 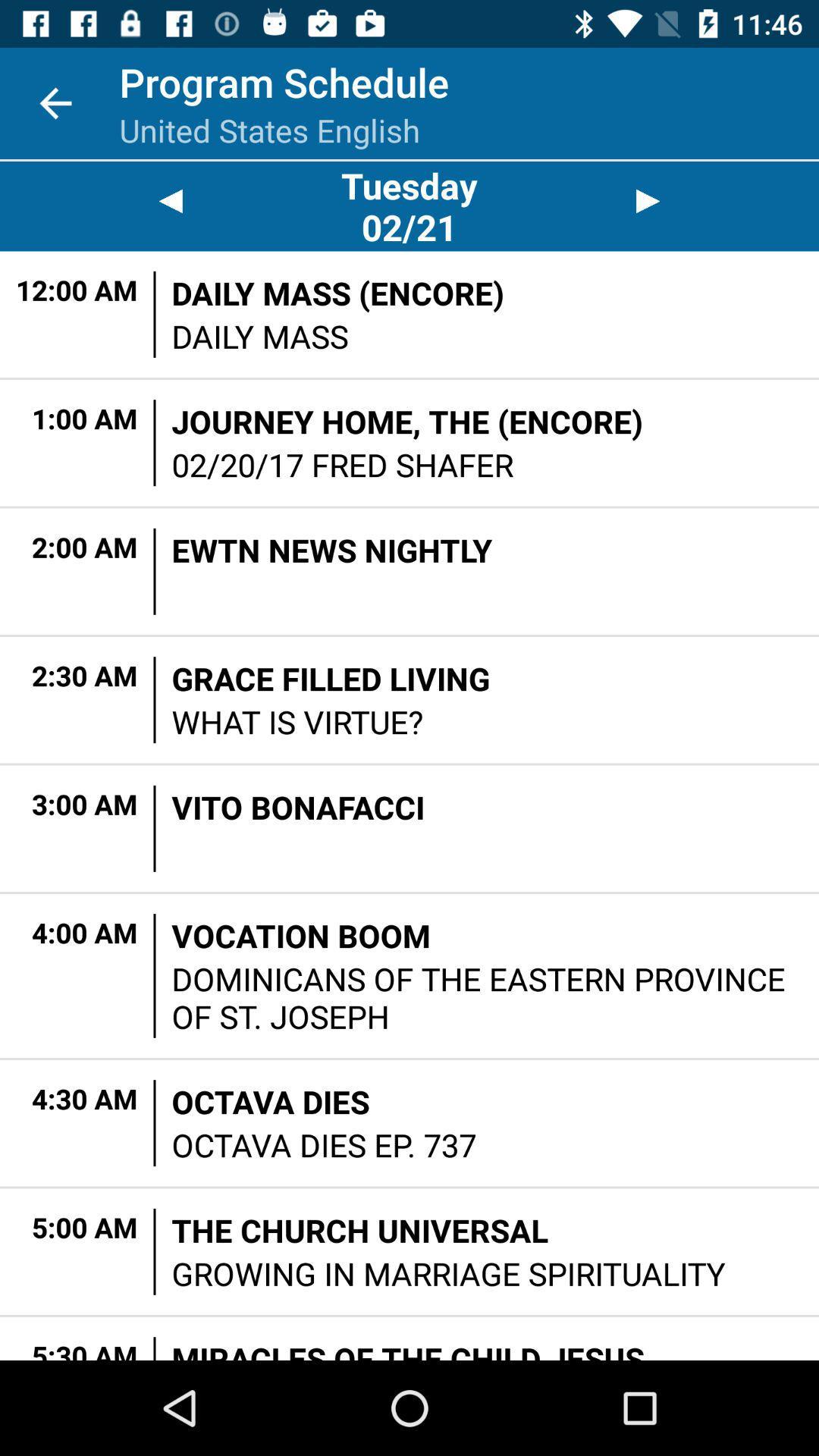 I want to click on the icon below daily mass, so click(x=406, y=421).